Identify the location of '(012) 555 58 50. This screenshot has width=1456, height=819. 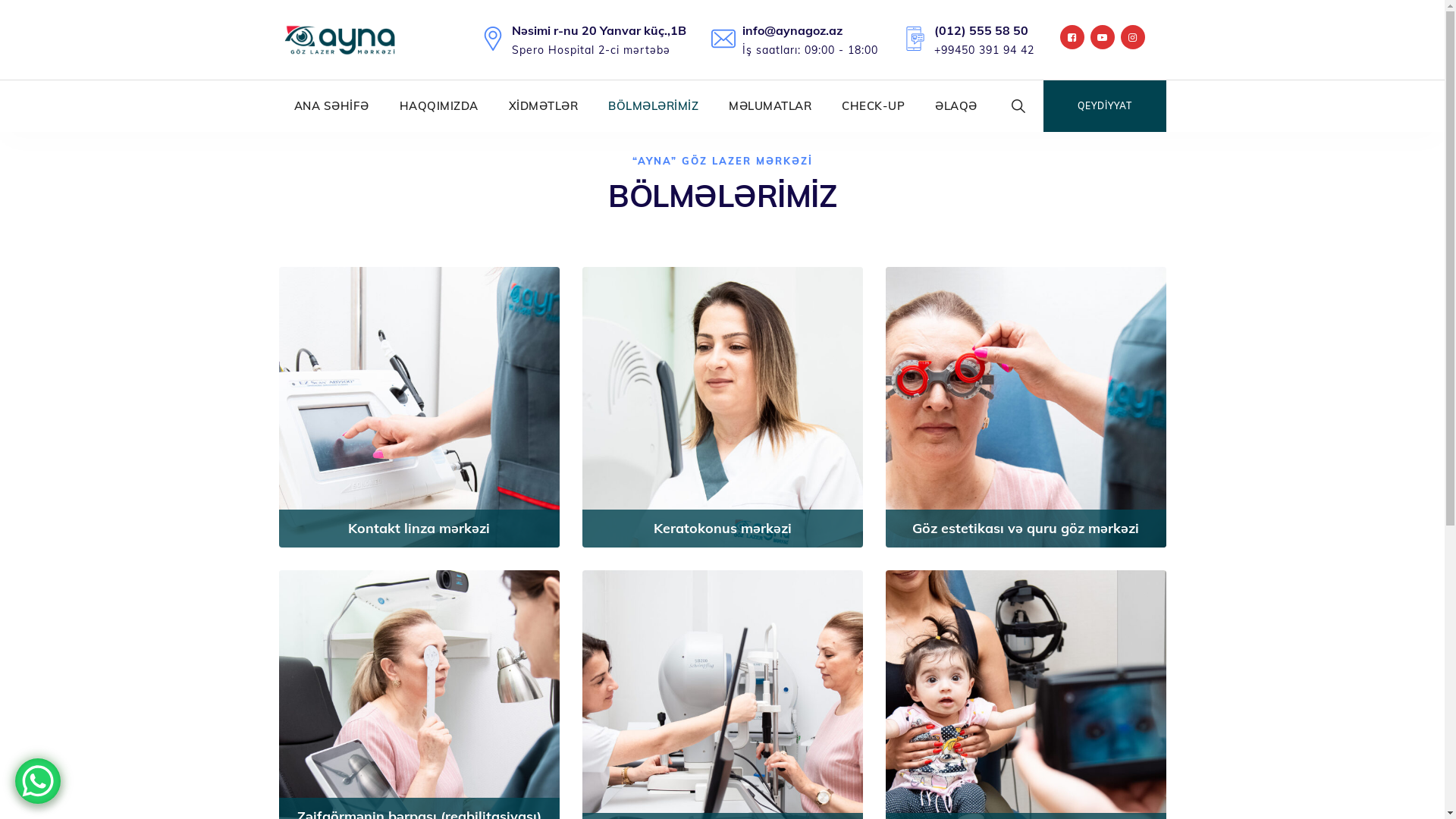
(984, 38).